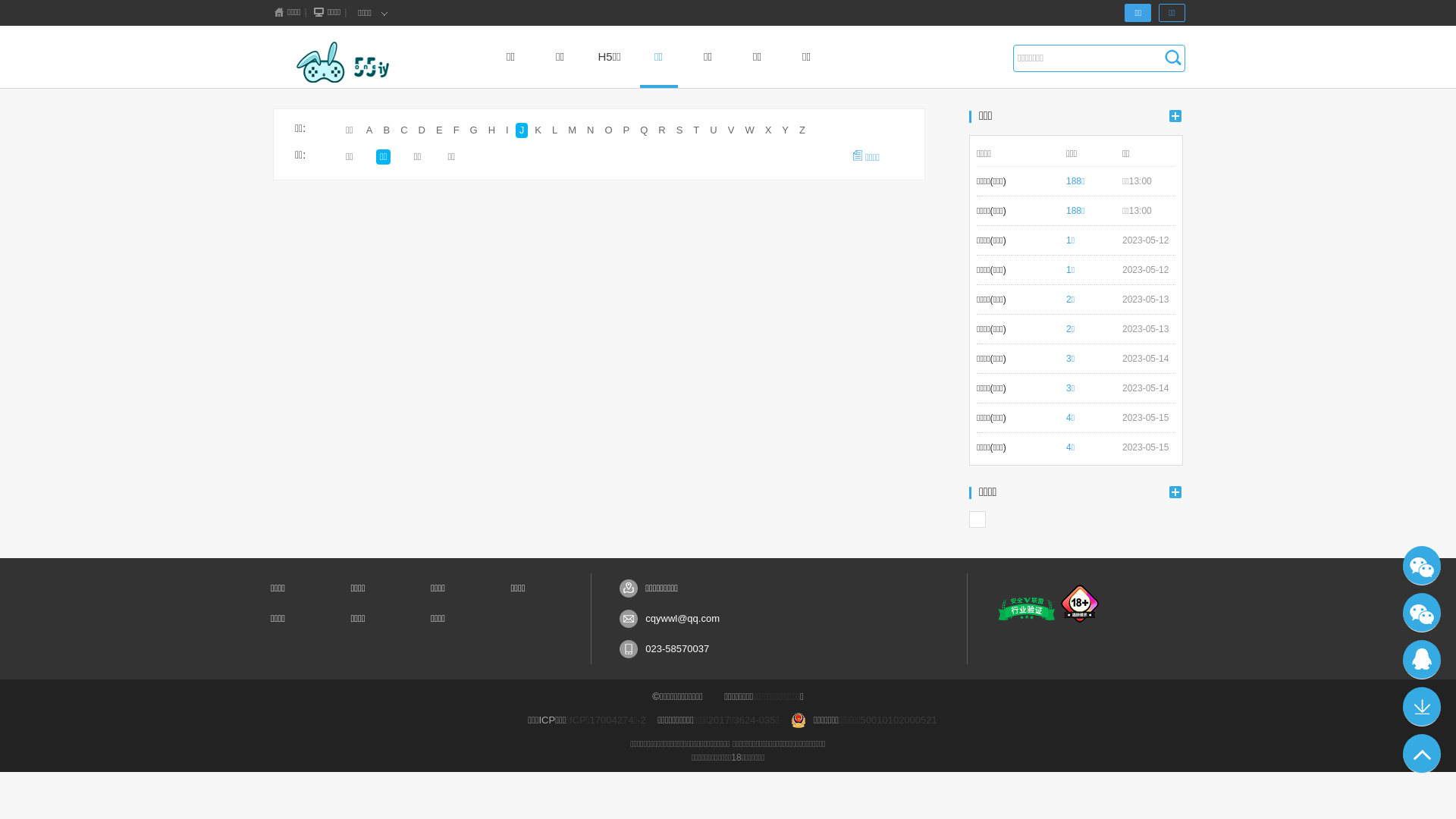 The image size is (1456, 819). I want to click on 'U', so click(712, 130).